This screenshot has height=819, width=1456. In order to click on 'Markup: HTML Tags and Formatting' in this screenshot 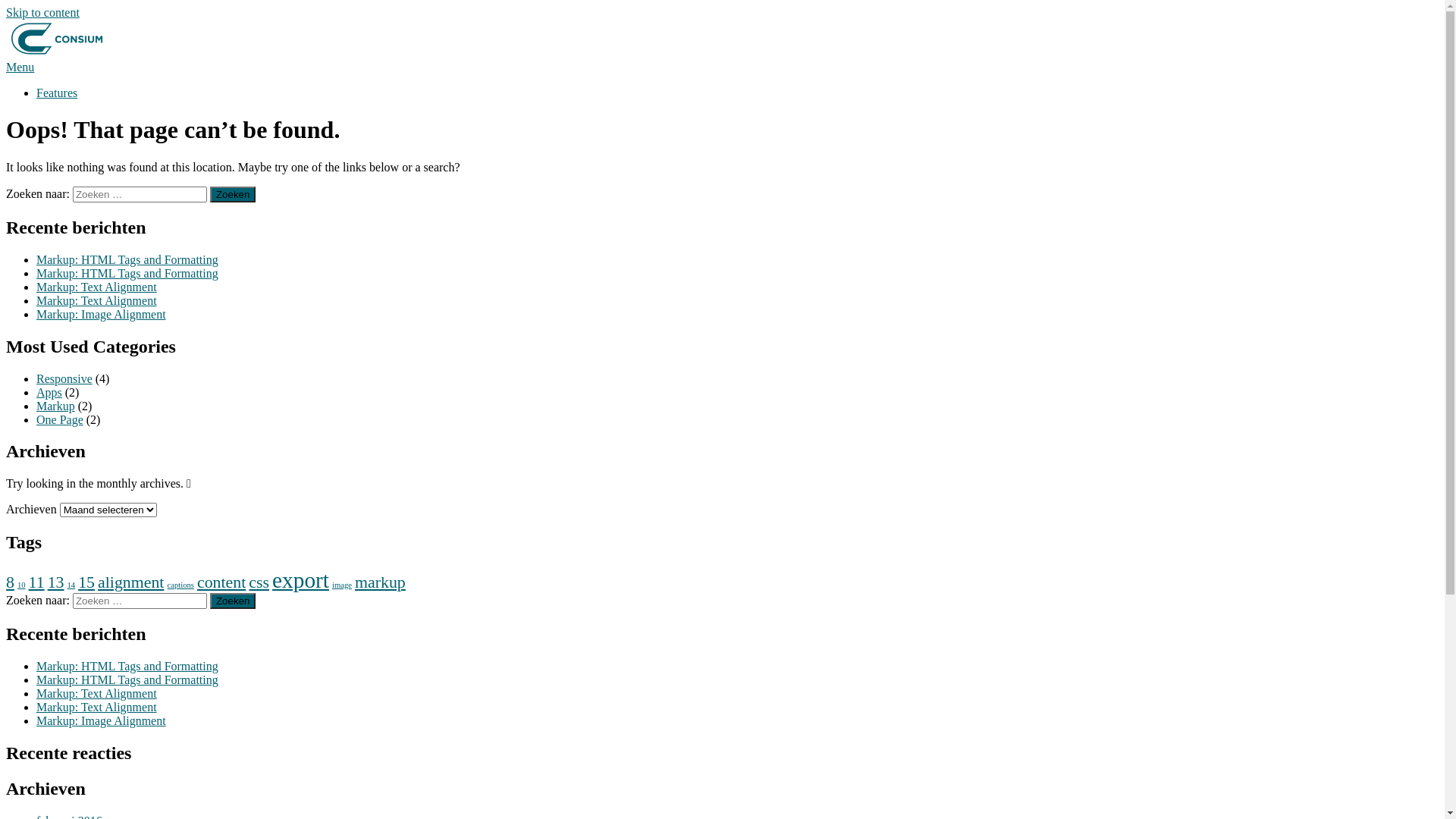, I will do `click(127, 665)`.